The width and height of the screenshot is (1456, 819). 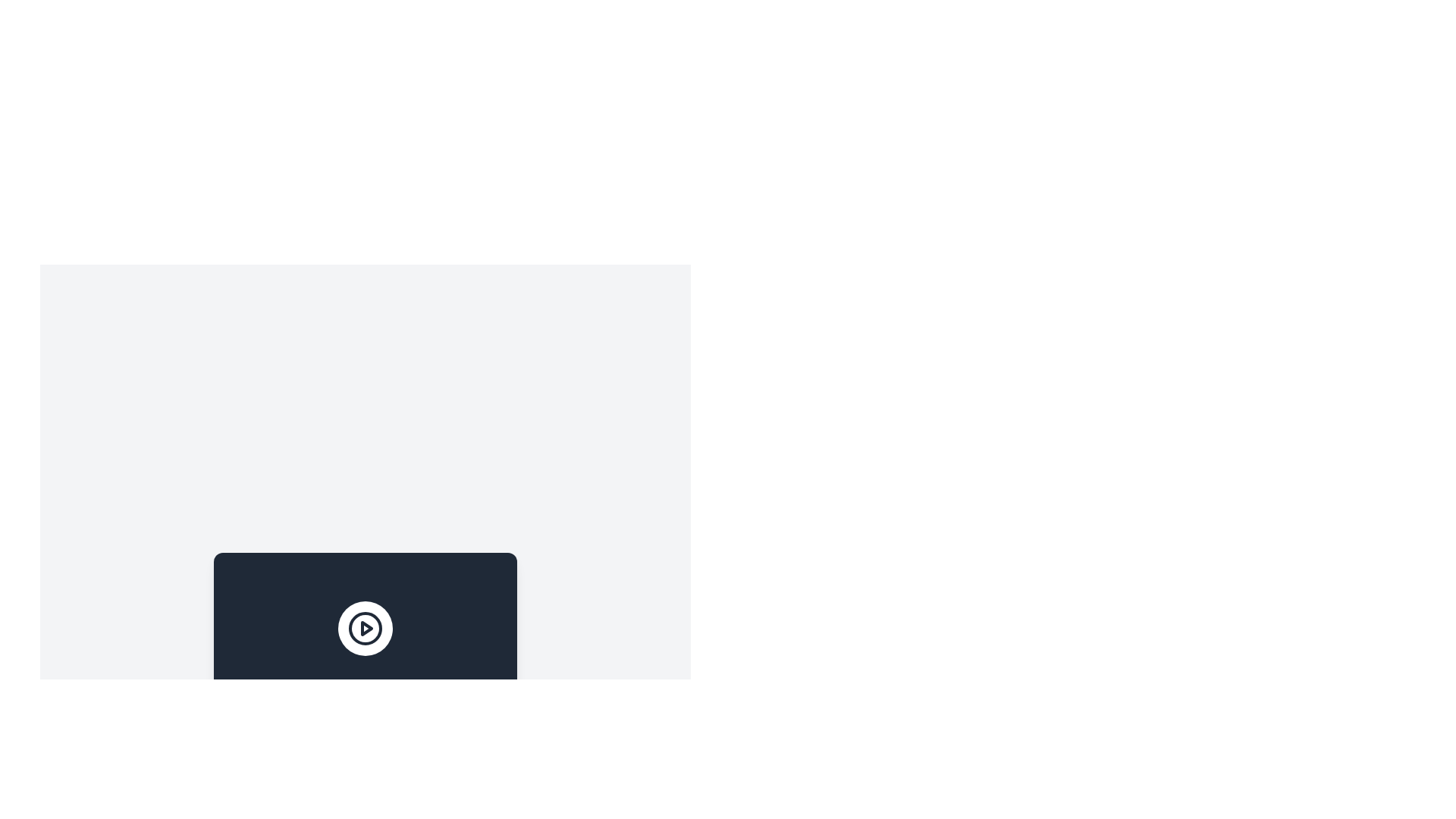 I want to click on the circular outline surrounding the triangular play icon in the interactive play button design, so click(x=365, y=629).